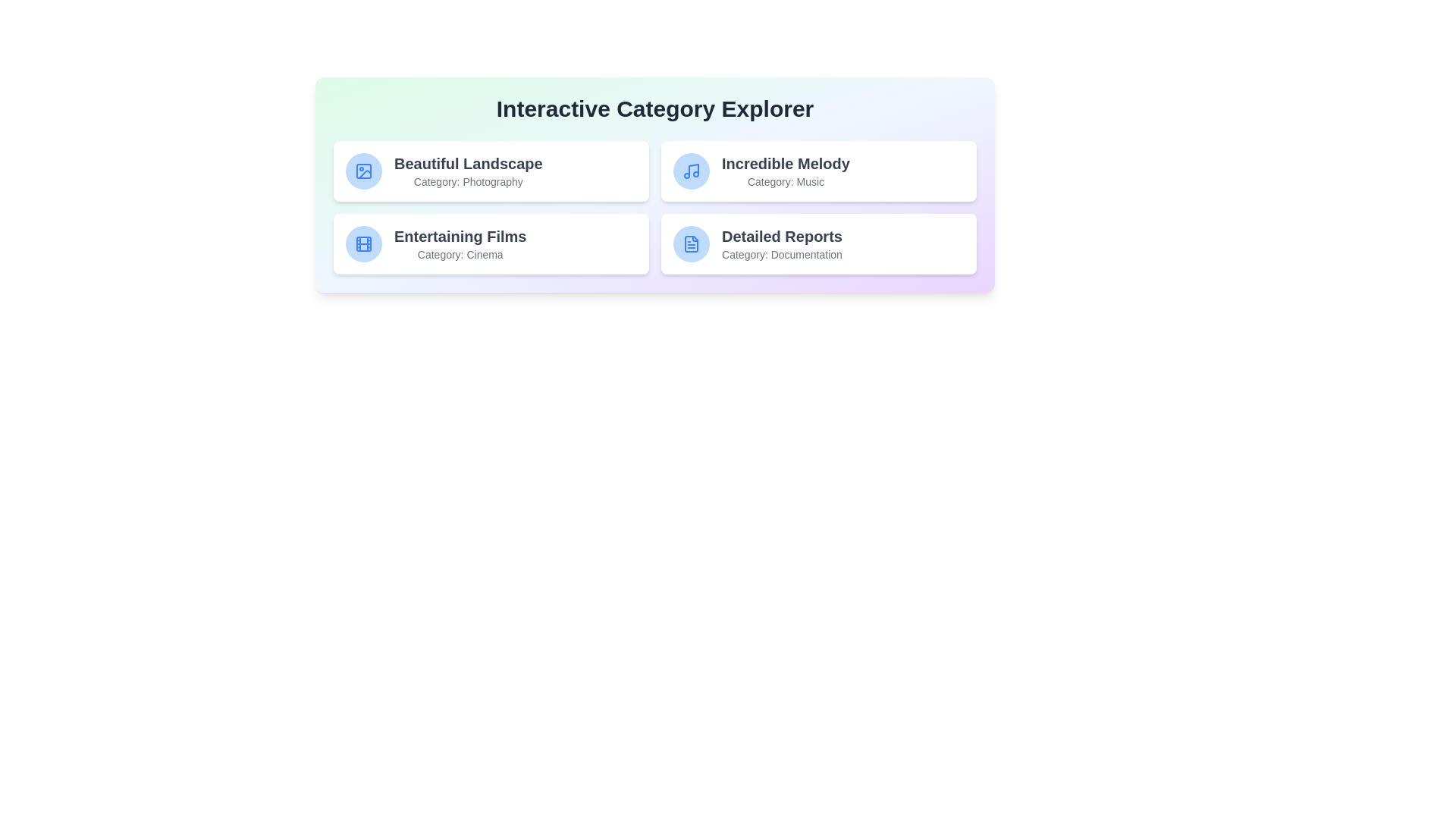 Image resolution: width=1456 pixels, height=819 pixels. What do you see at coordinates (364, 243) in the screenshot?
I see `the icon representing the category Cinema` at bounding box center [364, 243].